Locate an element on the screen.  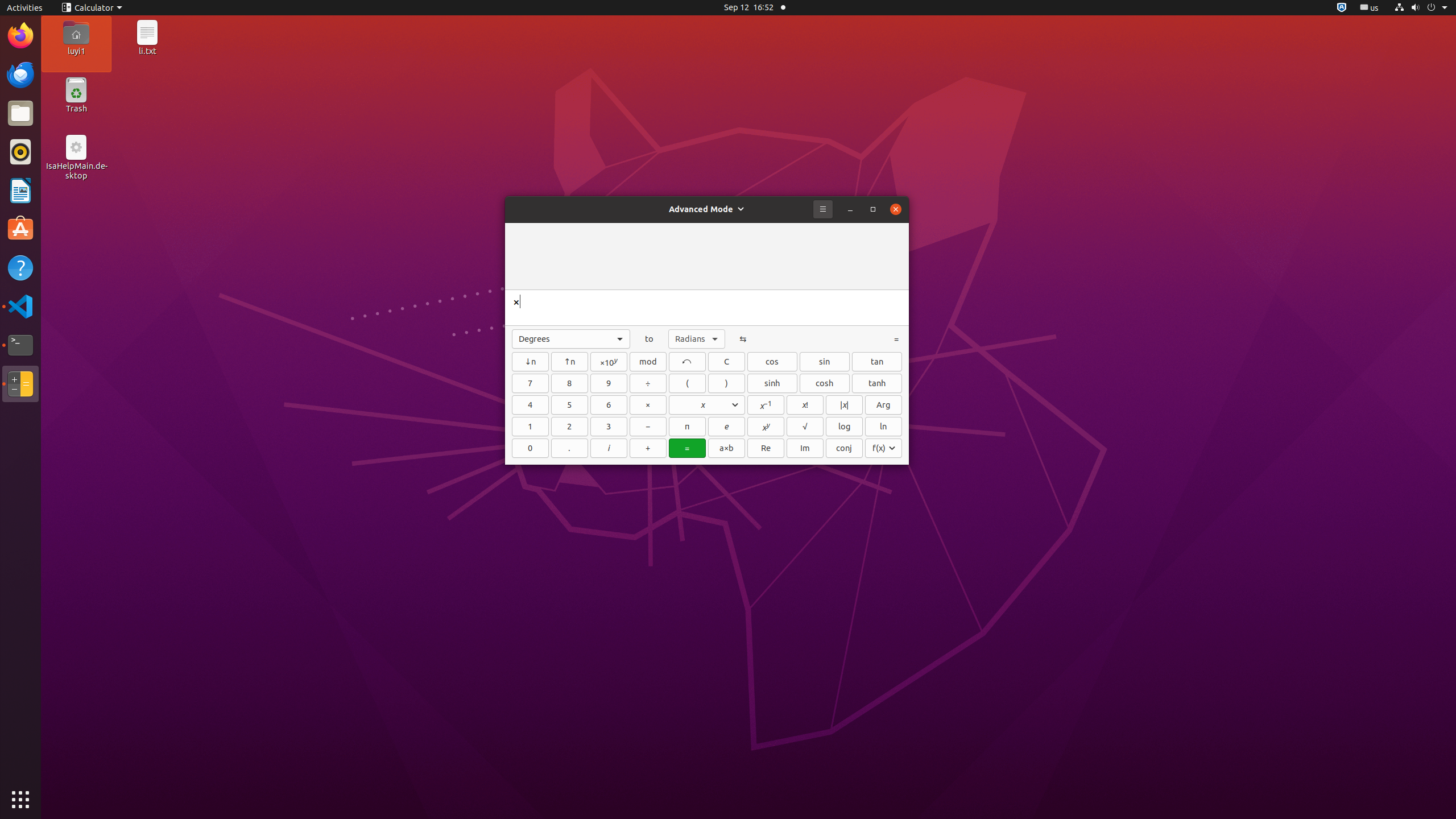
'Trash' is located at coordinates (76, 107).